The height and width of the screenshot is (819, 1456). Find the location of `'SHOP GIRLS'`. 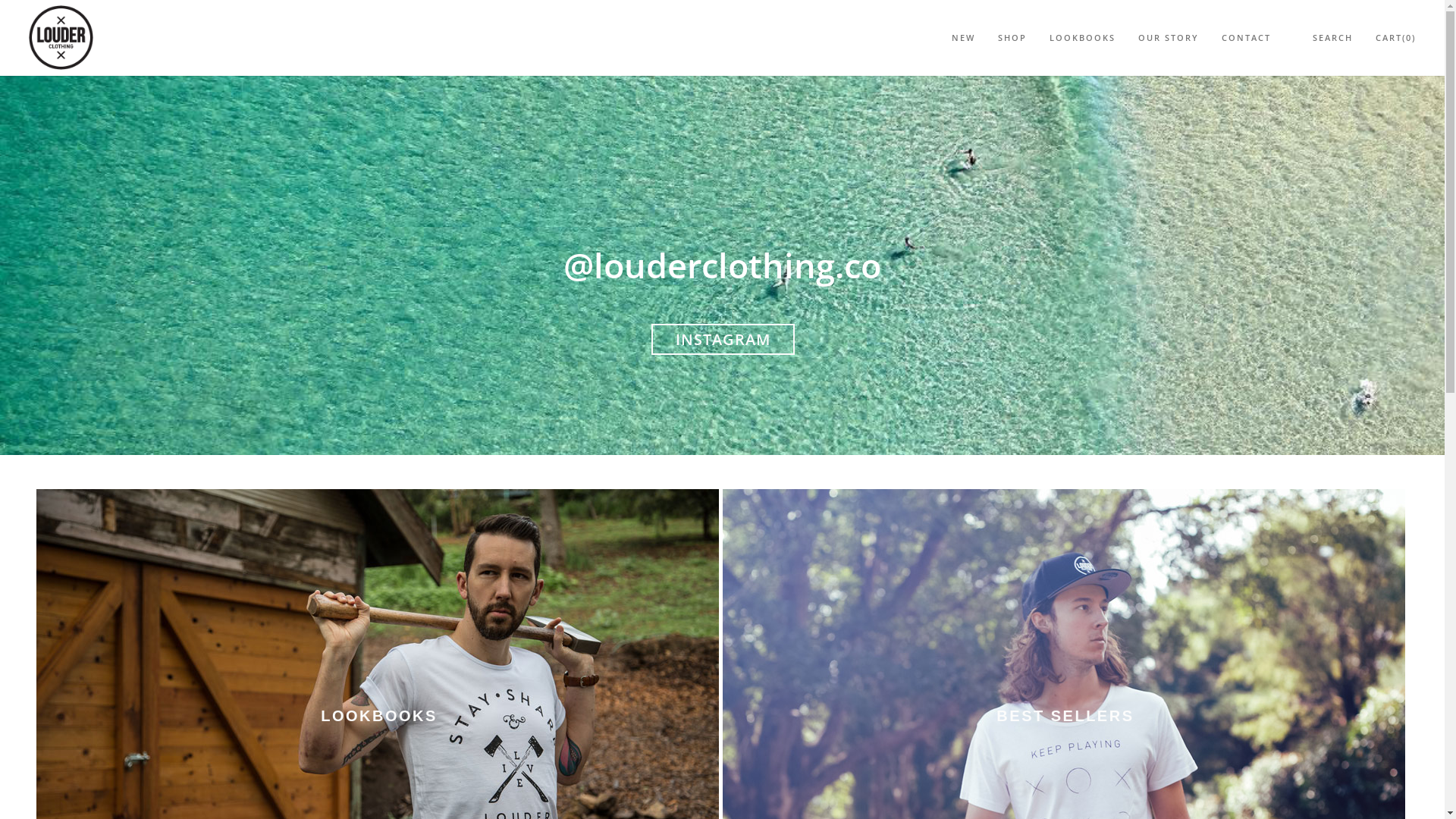

'SHOP GIRLS' is located at coordinates (740, 287).